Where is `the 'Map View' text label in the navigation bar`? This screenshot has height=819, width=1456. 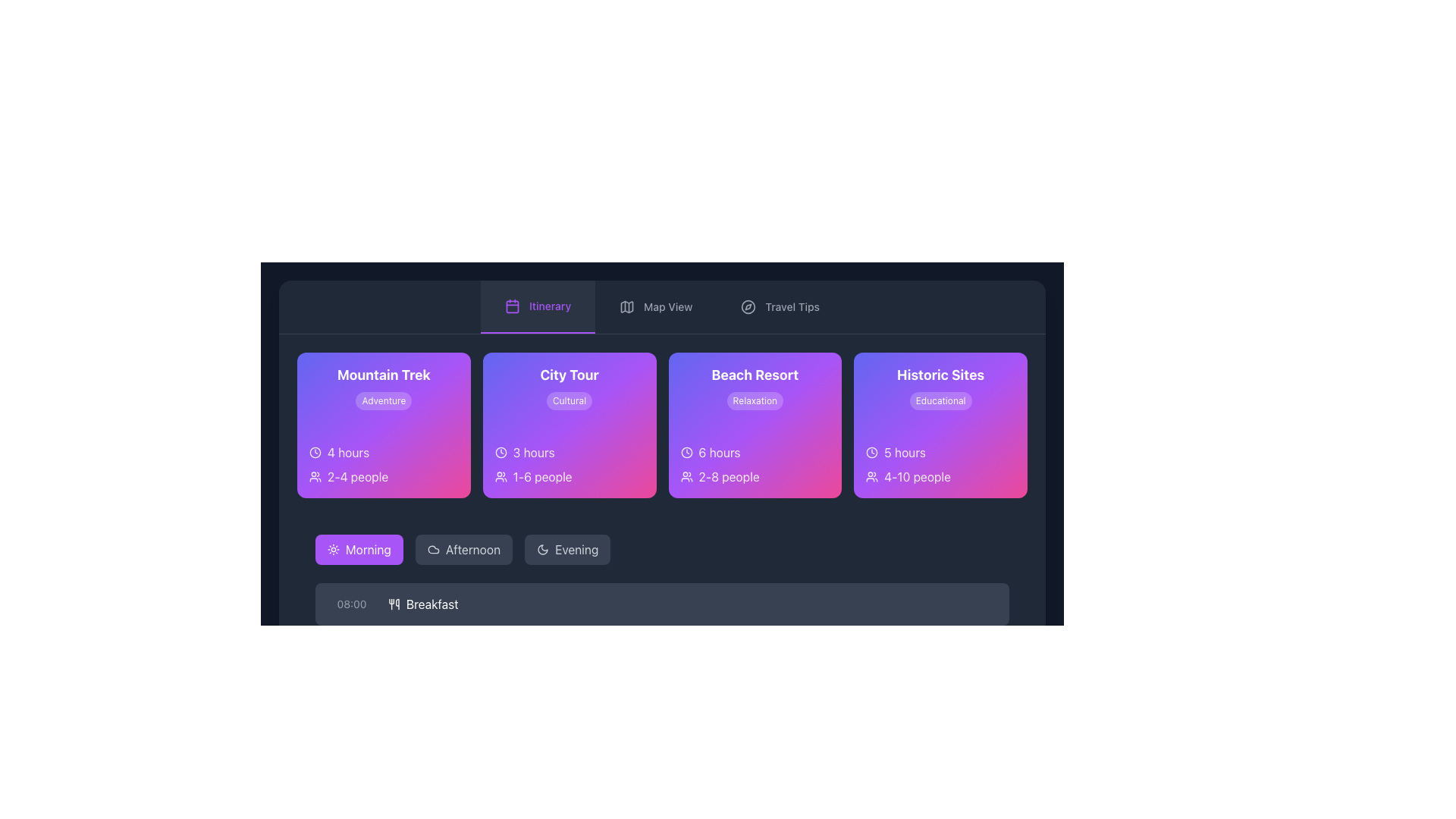 the 'Map View' text label in the navigation bar is located at coordinates (667, 307).